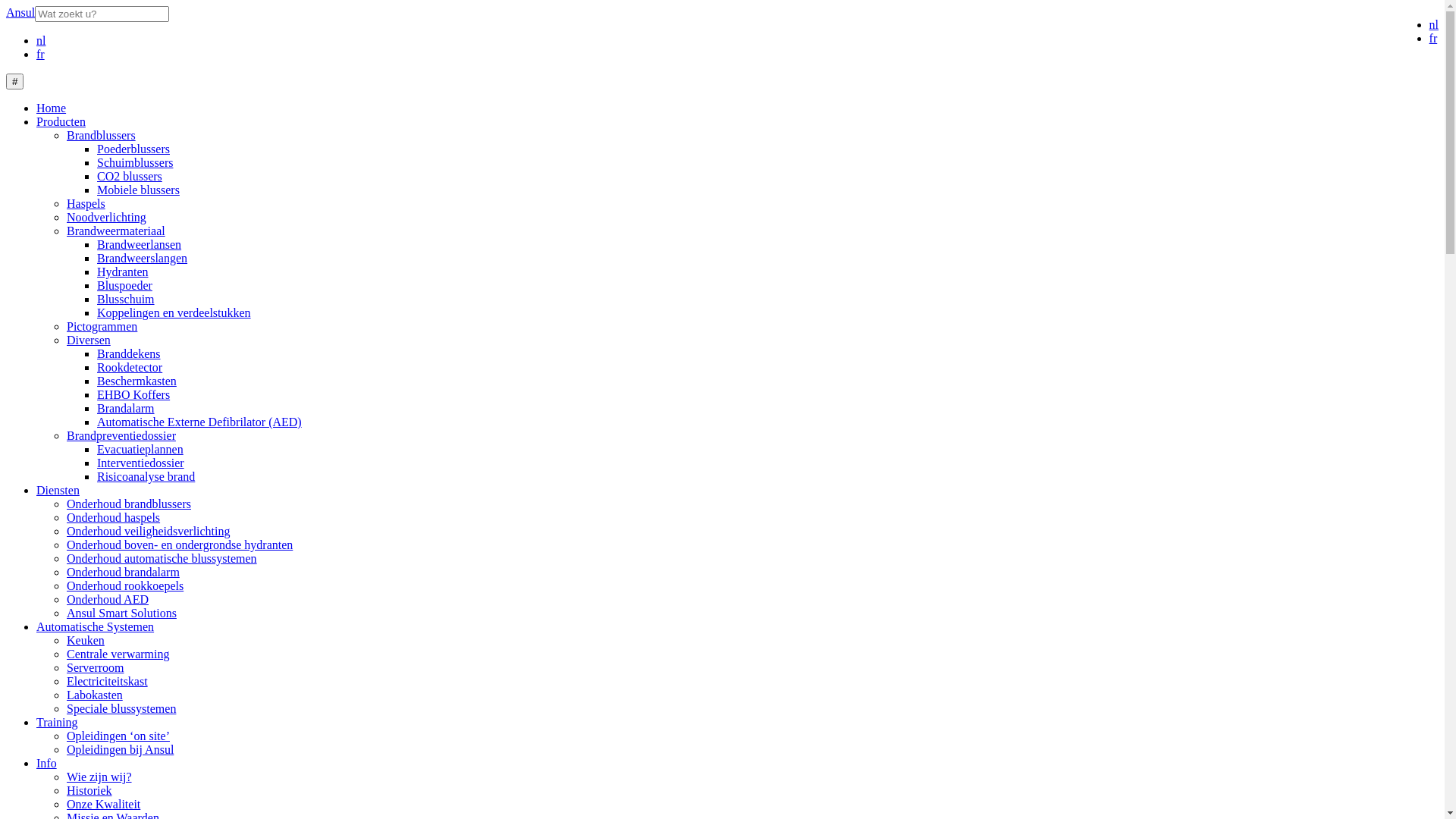  I want to click on 'Interventiedossier', so click(140, 462).